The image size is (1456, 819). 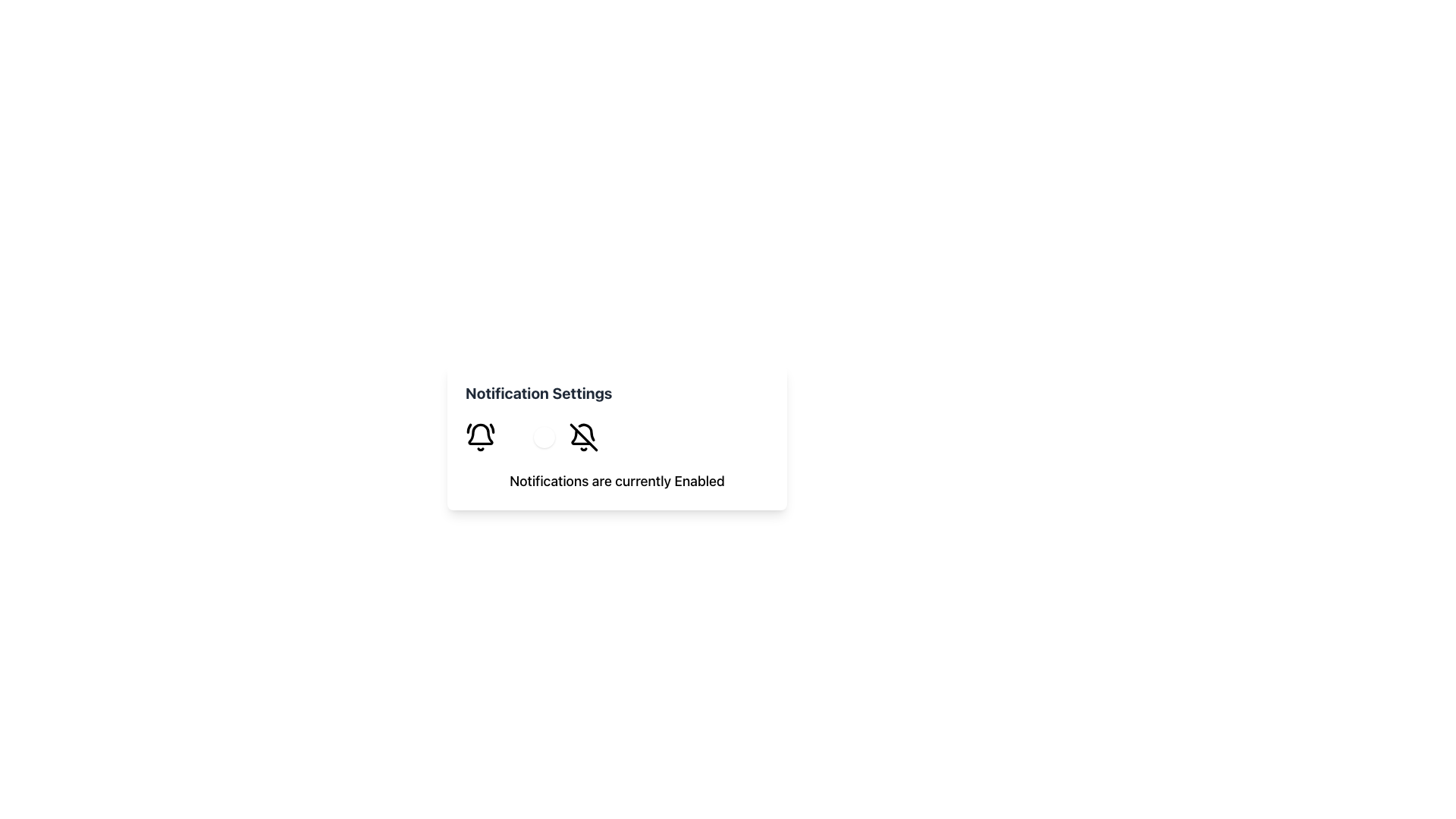 I want to click on the toggle switch with a teal blue background and a circular white knob, located centrally within the notification settings card, so click(x=532, y=438).